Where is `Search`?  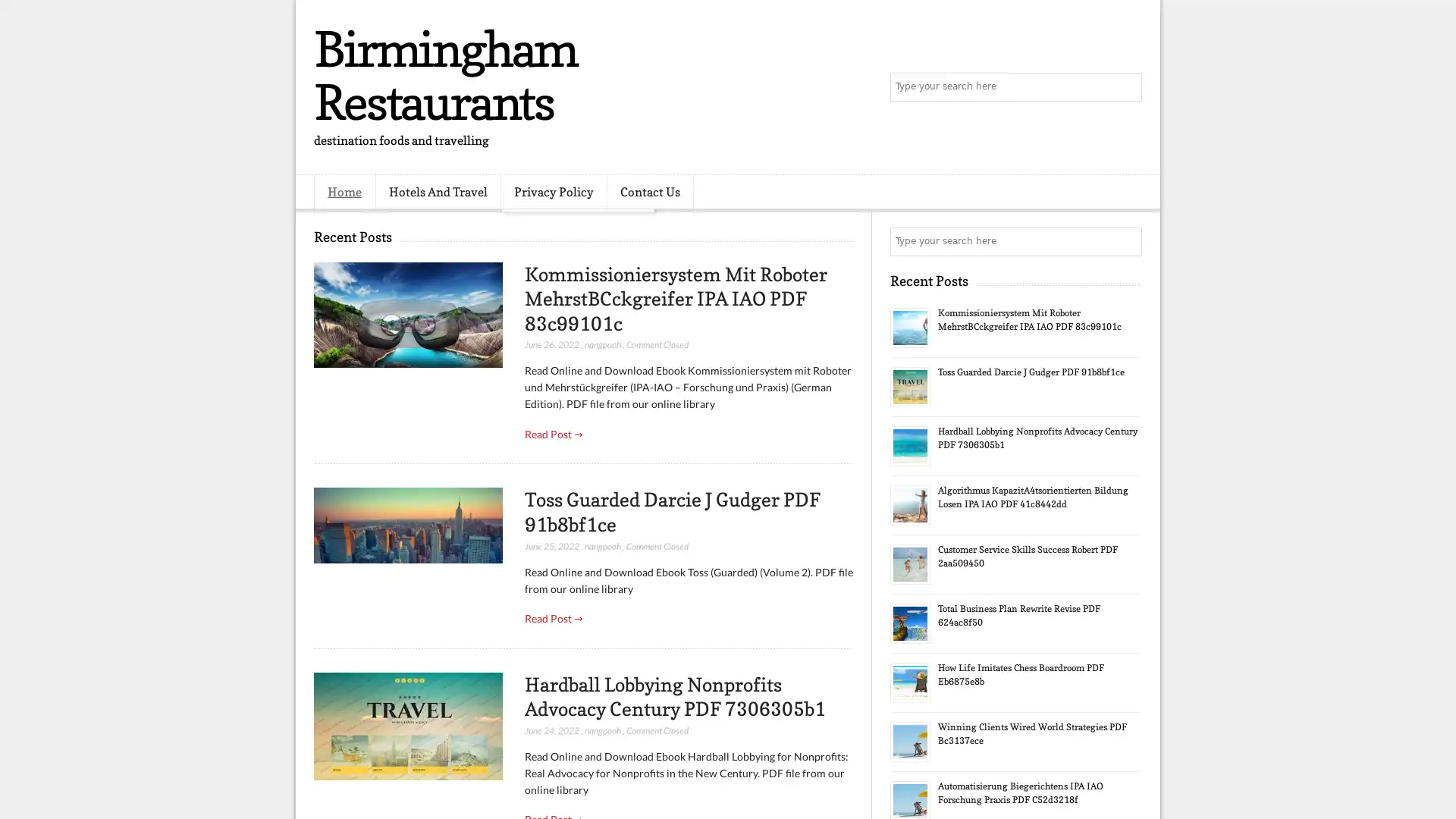 Search is located at coordinates (1126, 87).